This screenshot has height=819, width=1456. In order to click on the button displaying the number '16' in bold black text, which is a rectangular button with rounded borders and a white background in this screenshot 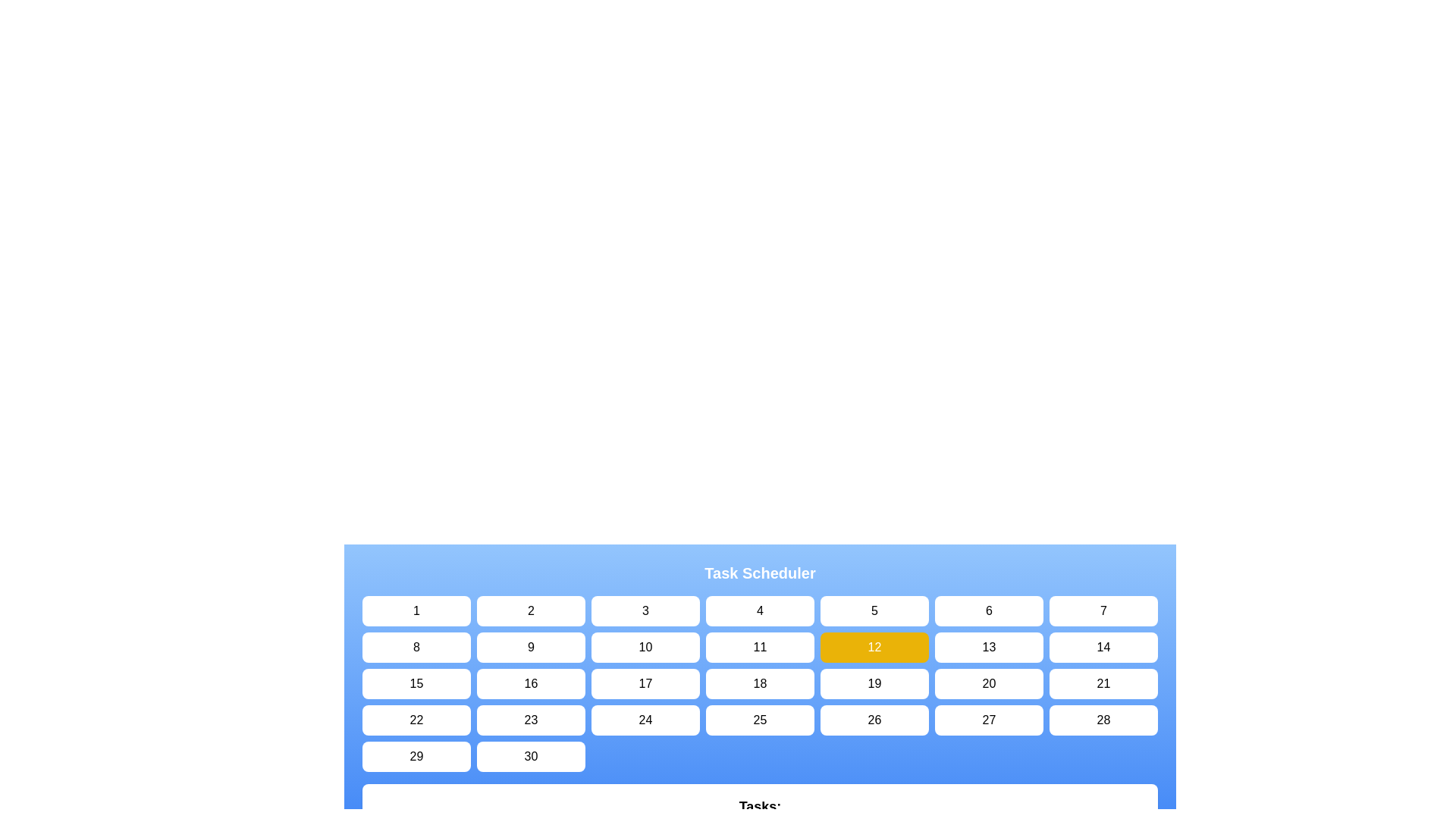, I will do `click(531, 684)`.